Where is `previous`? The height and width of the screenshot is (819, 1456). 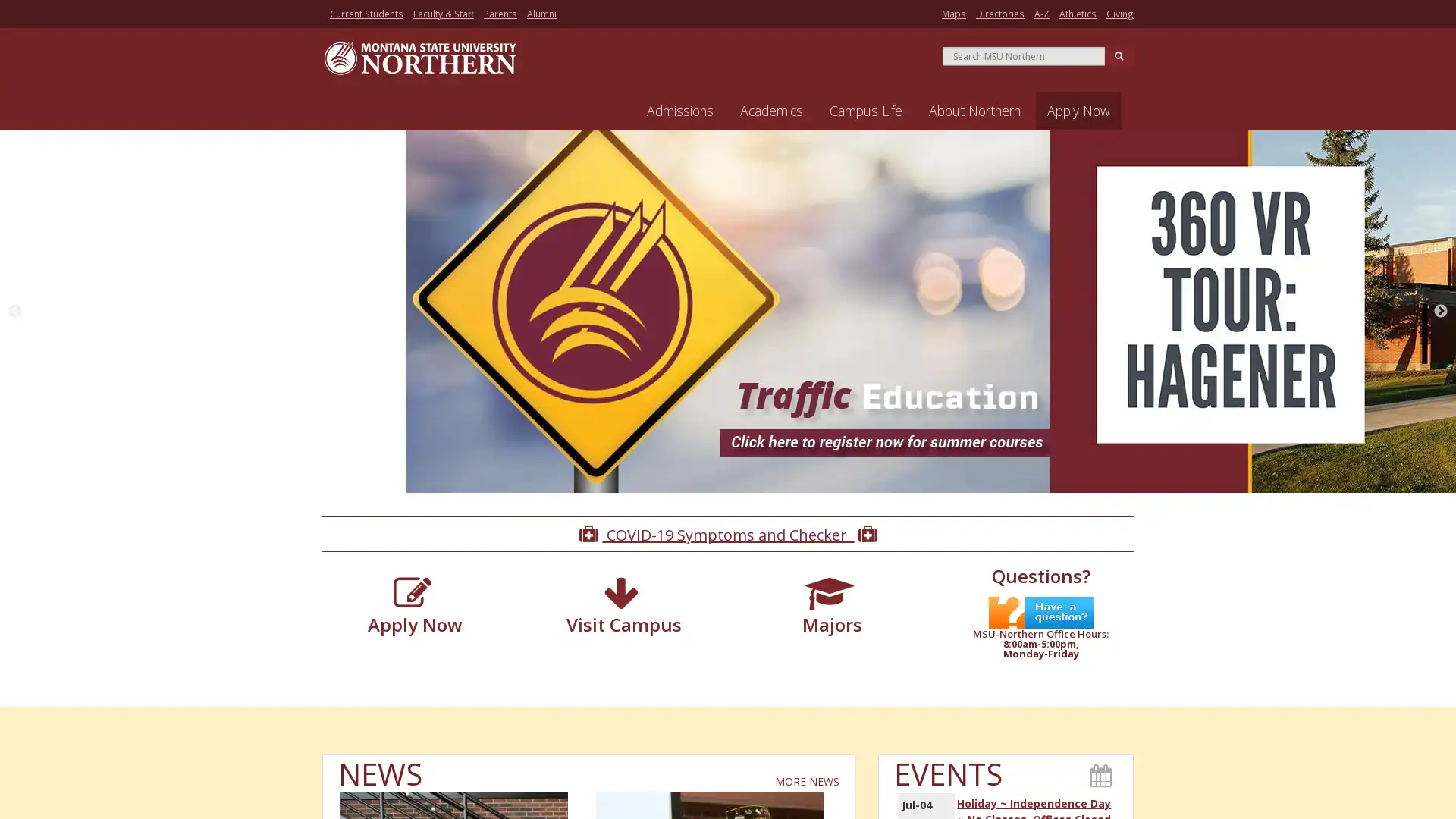
previous is located at coordinates (14, 312).